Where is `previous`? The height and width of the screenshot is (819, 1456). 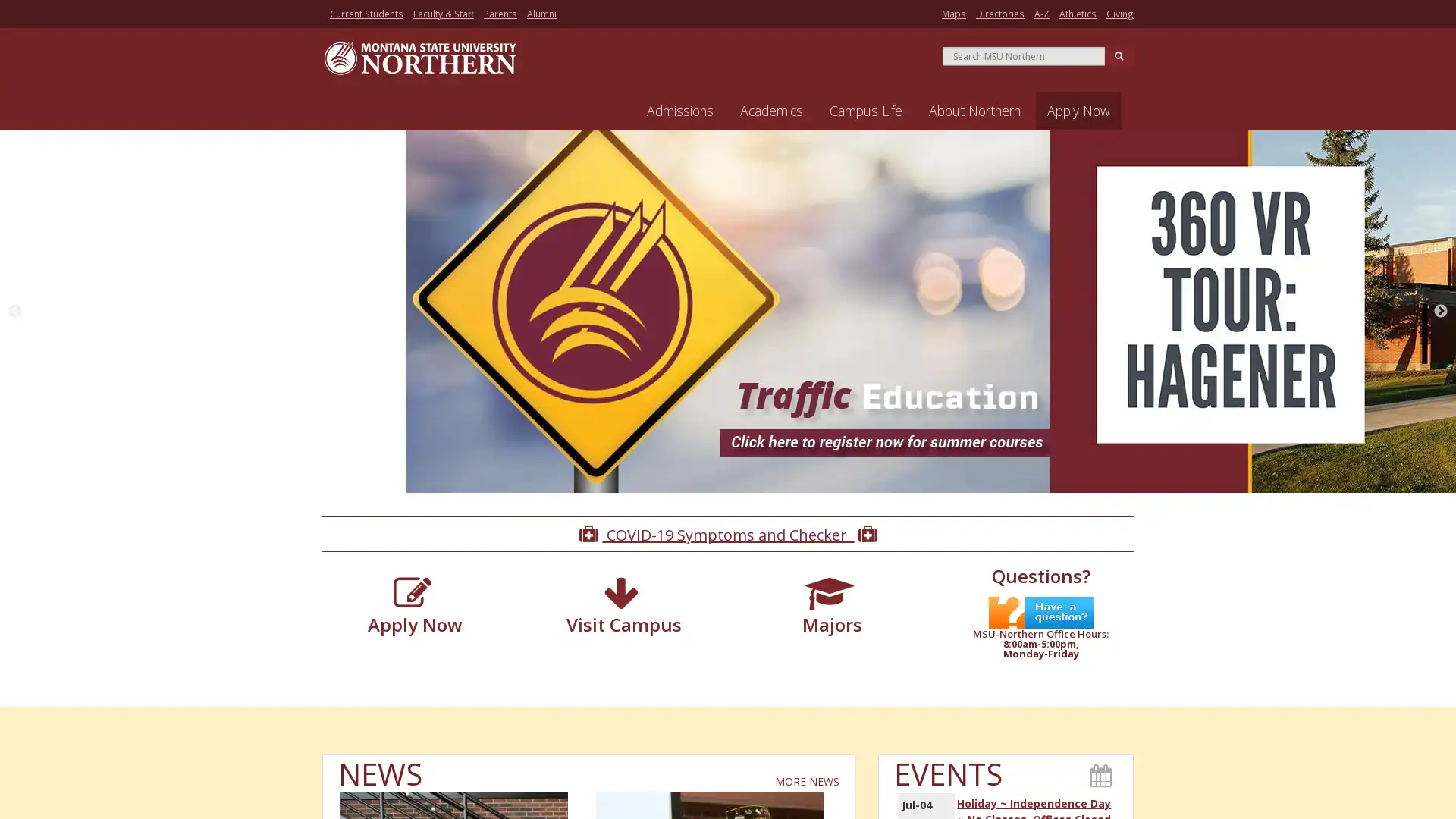
previous is located at coordinates (14, 312).